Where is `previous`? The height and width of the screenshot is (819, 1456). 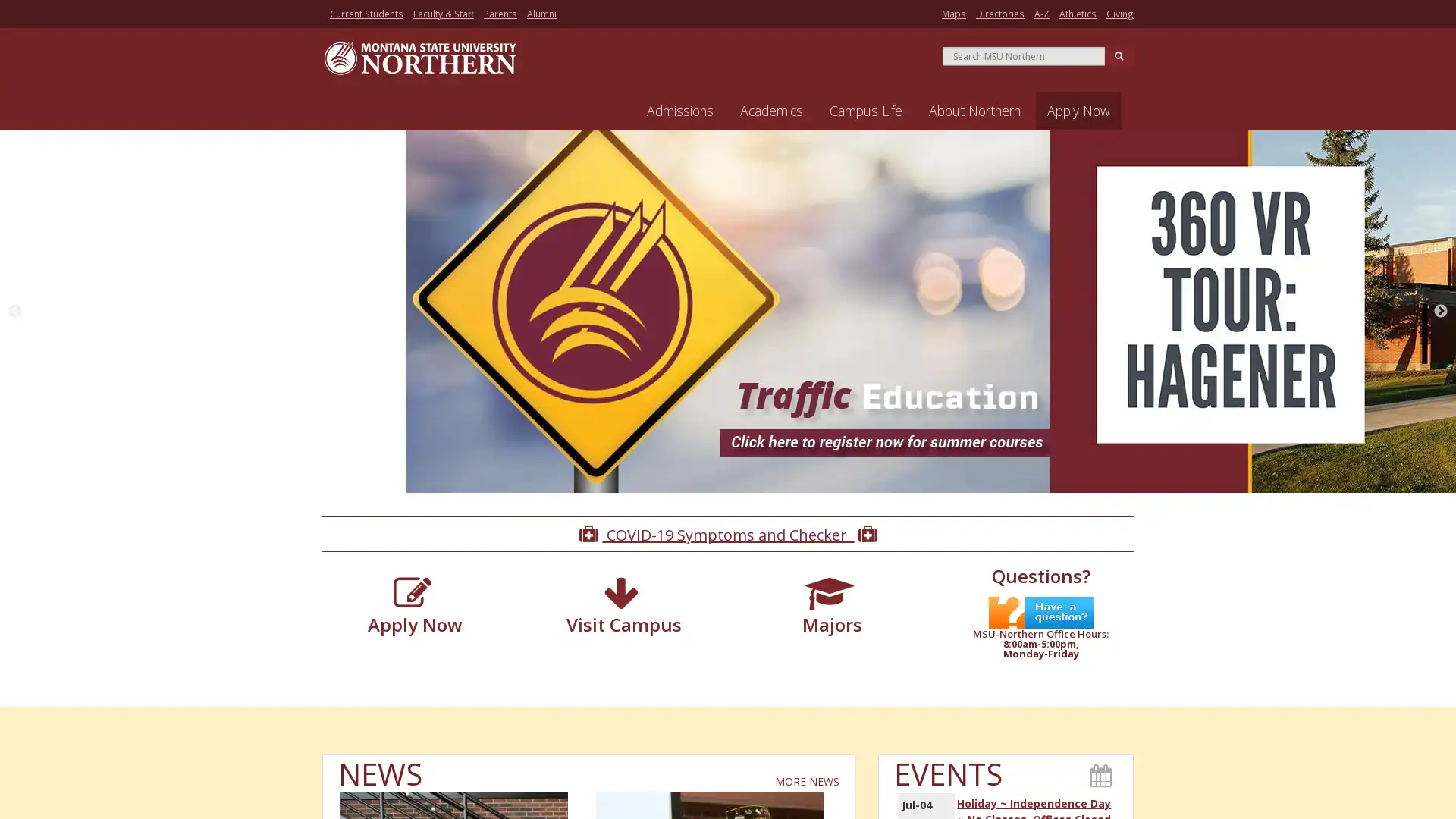
previous is located at coordinates (14, 312).